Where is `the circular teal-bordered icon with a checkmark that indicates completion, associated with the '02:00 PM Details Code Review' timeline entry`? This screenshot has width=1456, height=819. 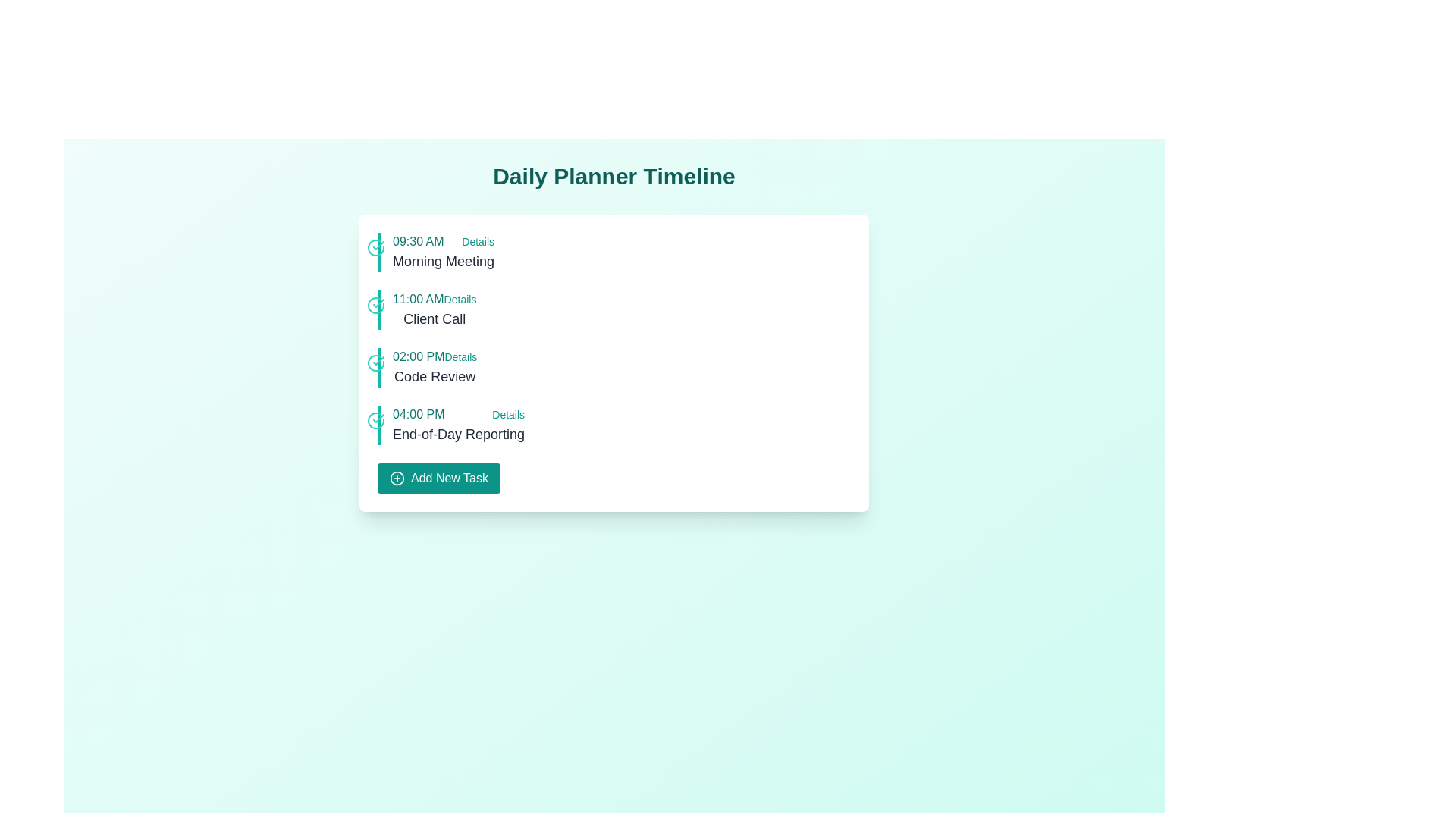
the circular teal-bordered icon with a checkmark that indicates completion, associated with the '02:00 PM Details Code Review' timeline entry is located at coordinates (375, 362).